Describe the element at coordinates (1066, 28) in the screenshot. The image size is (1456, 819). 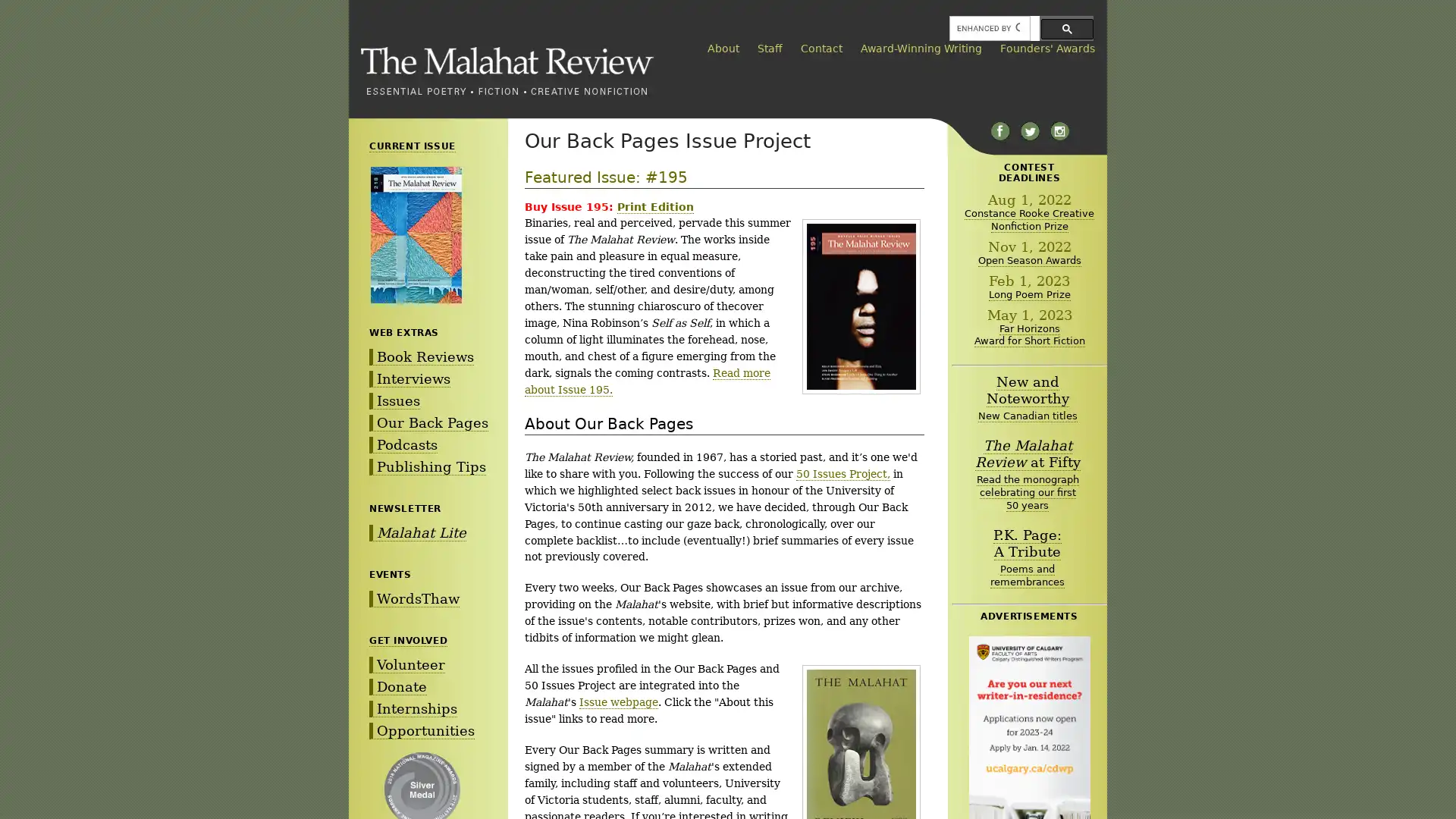
I see `search` at that location.